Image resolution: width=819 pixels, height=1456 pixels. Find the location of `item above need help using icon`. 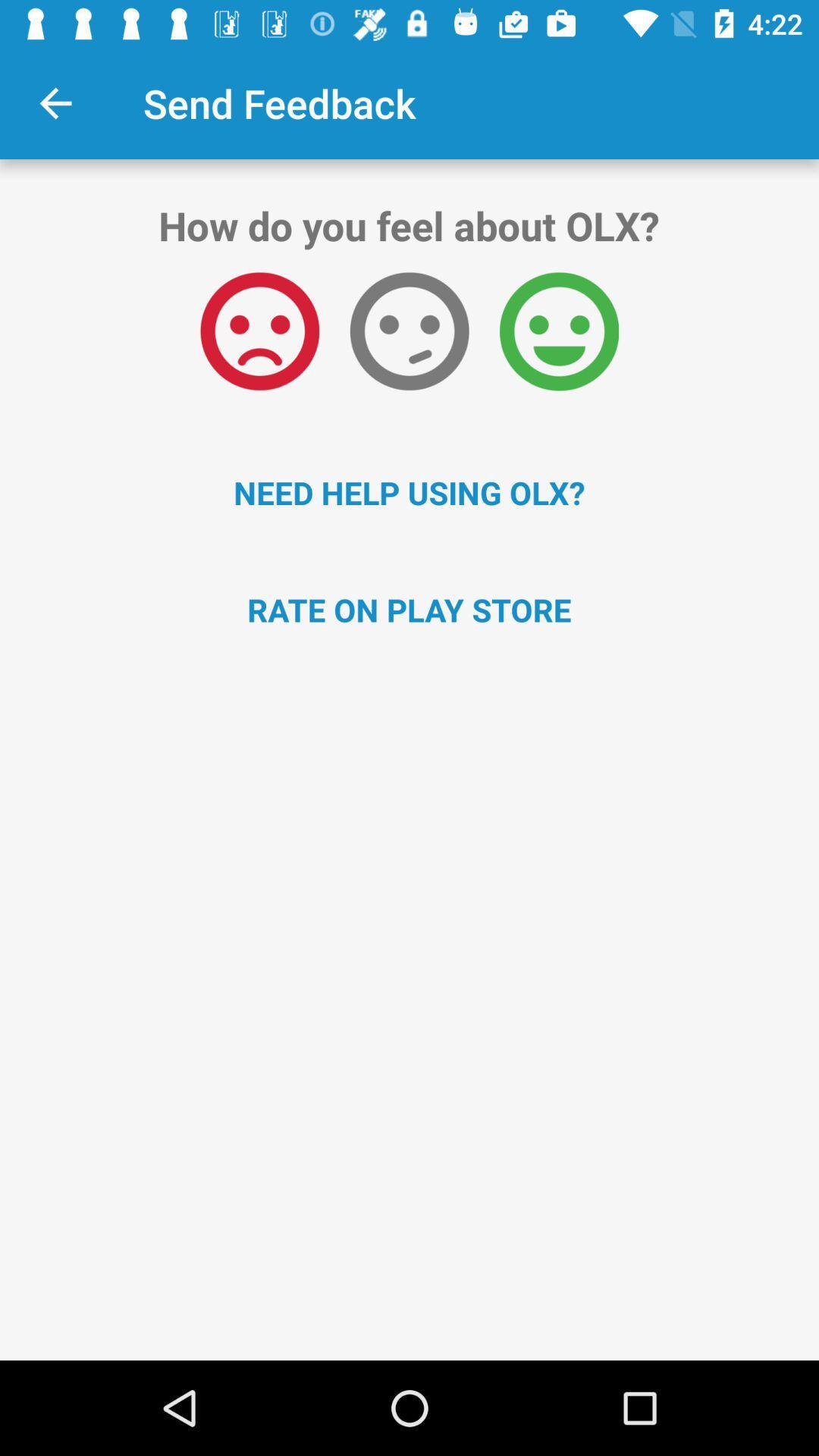

item above need help using icon is located at coordinates (409, 331).